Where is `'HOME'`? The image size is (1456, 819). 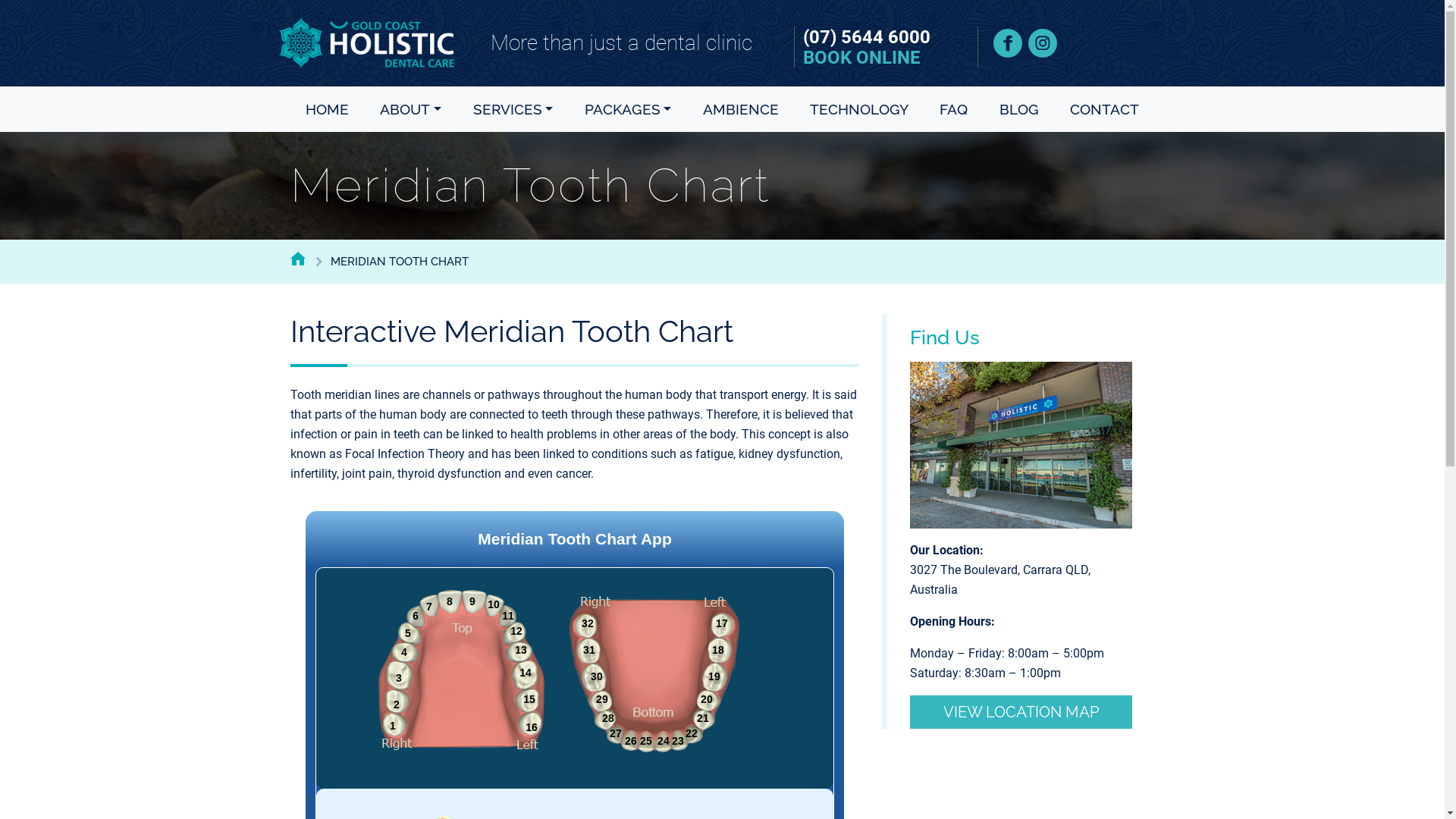 'HOME' is located at coordinates (326, 108).